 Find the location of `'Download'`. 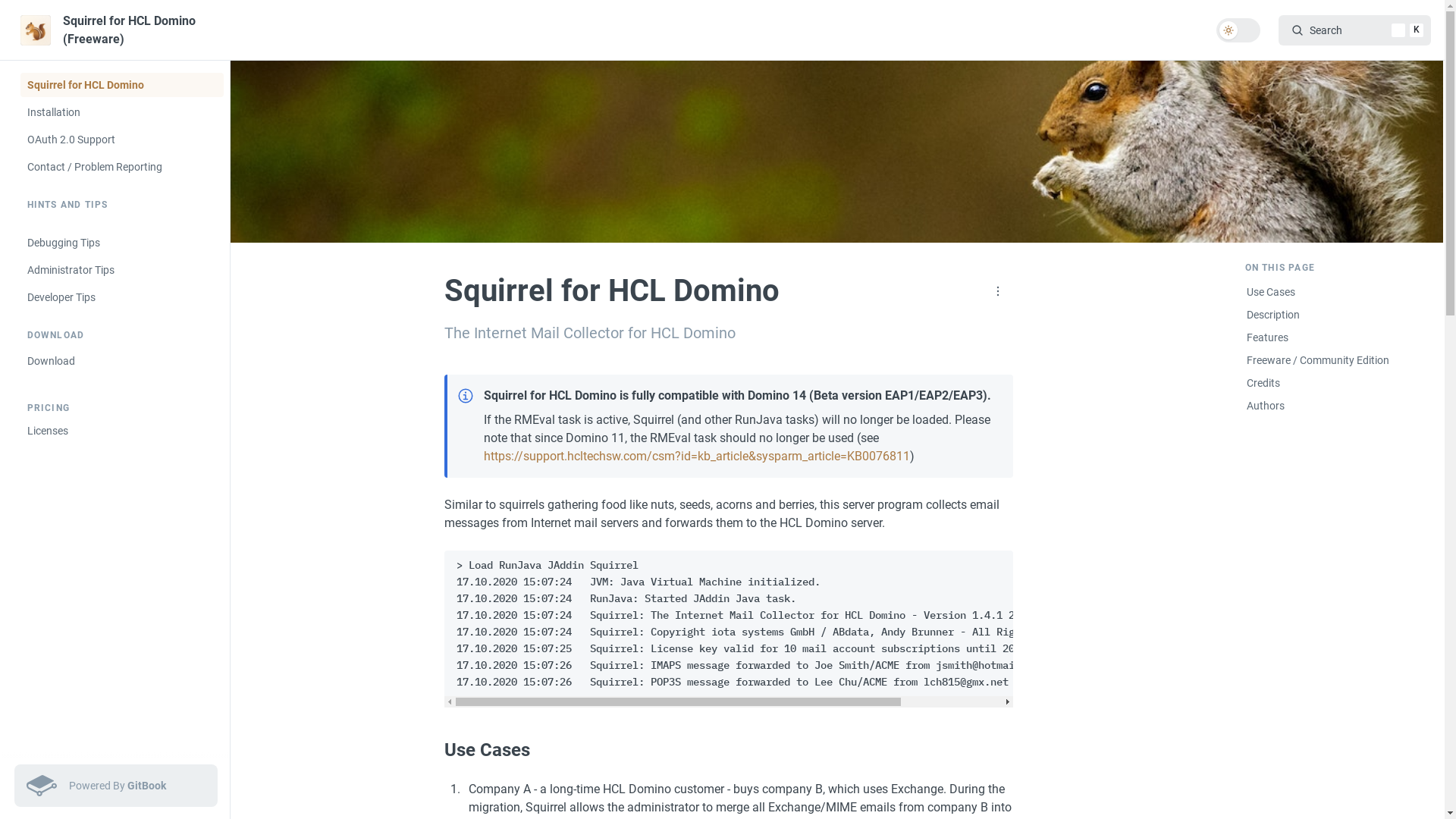

'Download' is located at coordinates (19, 360).